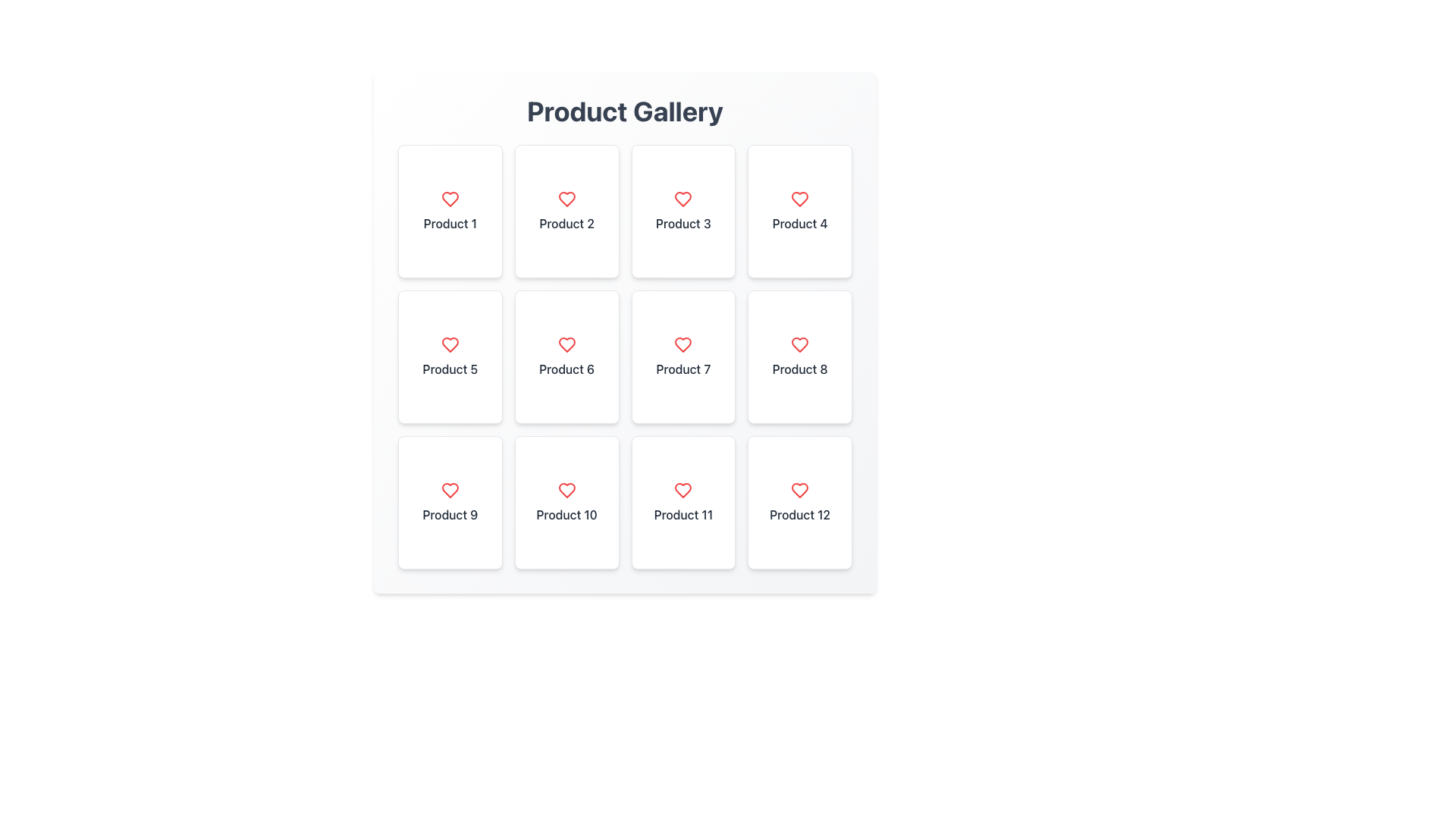 The width and height of the screenshot is (1456, 819). What do you see at coordinates (682, 513) in the screenshot?
I see `static text label displaying 'Product 11' located in the eleventh card of a grid layout, which is centered inside the card` at bounding box center [682, 513].